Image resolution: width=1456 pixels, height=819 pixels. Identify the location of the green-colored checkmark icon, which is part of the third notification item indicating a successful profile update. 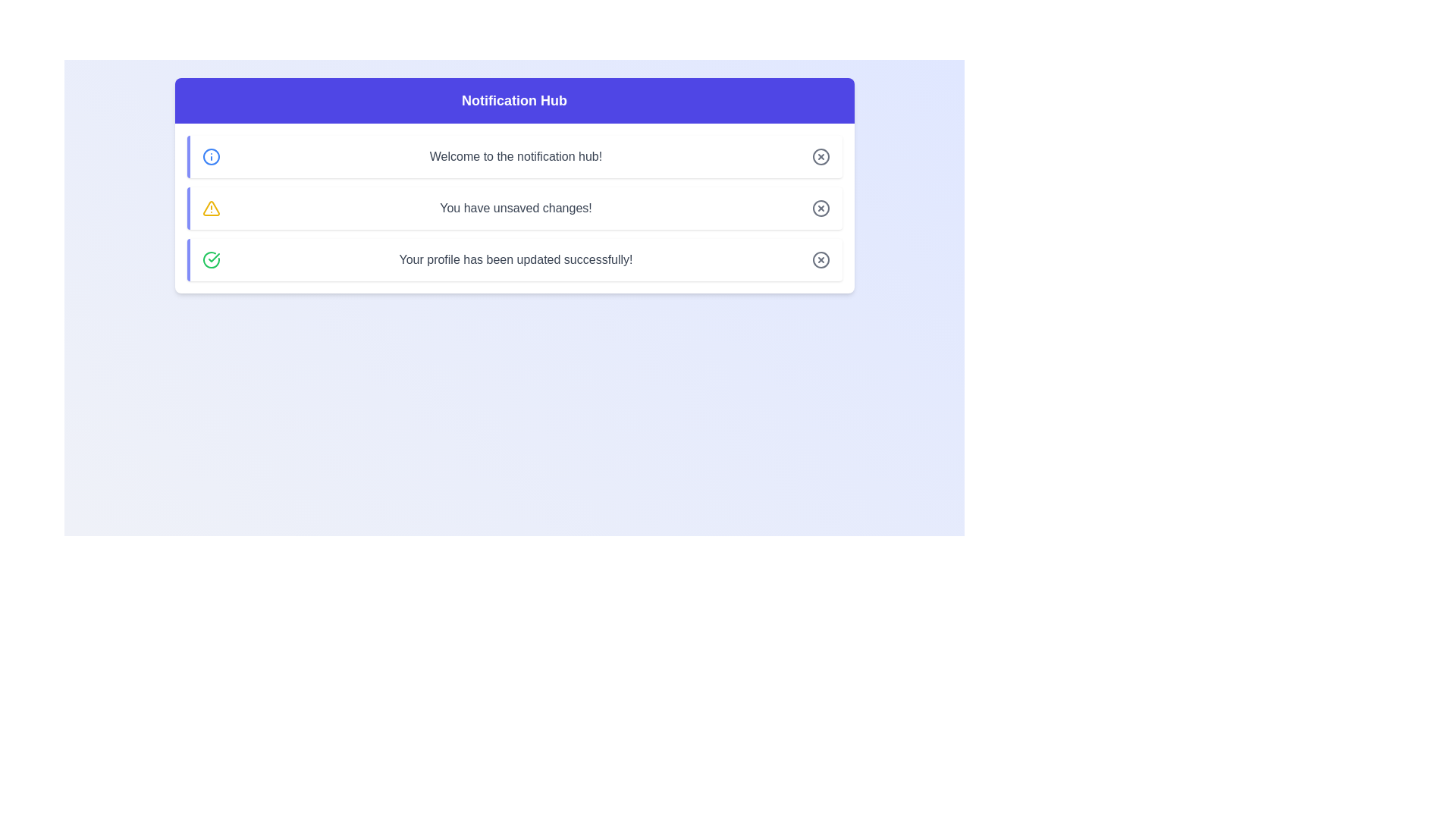
(213, 256).